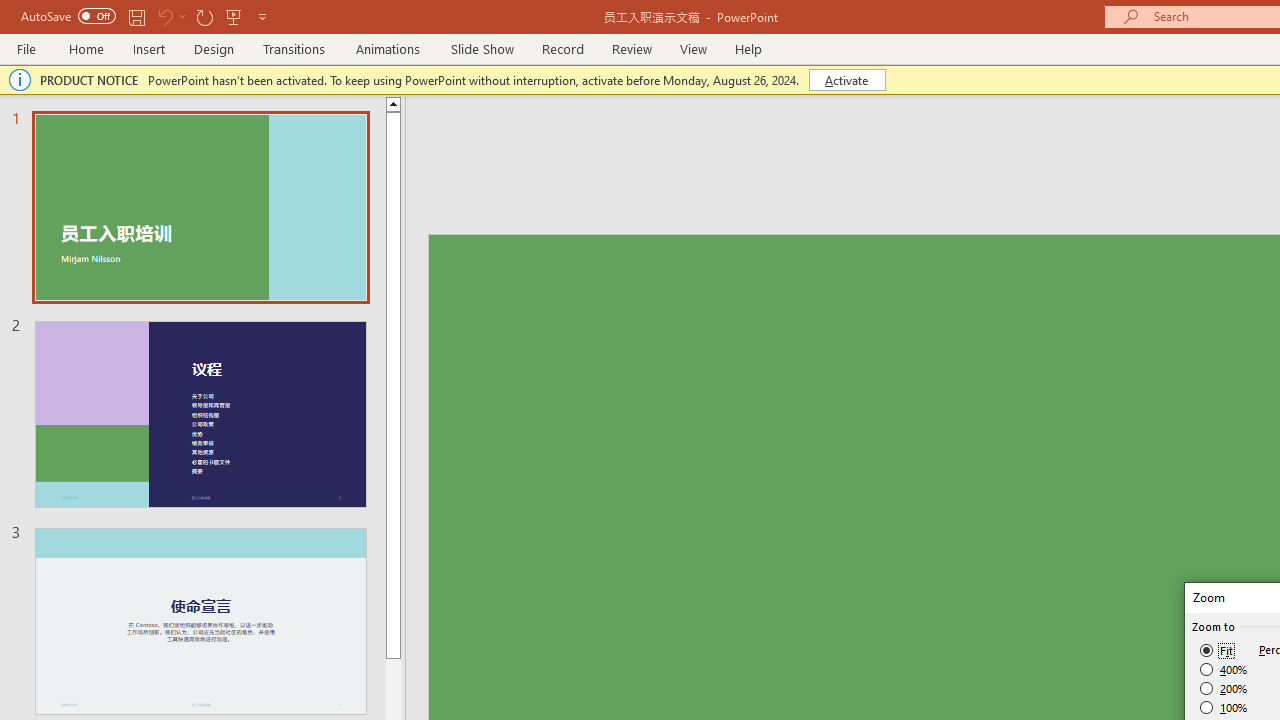 This screenshot has height=720, width=1280. I want to click on 'Home', so click(85, 48).